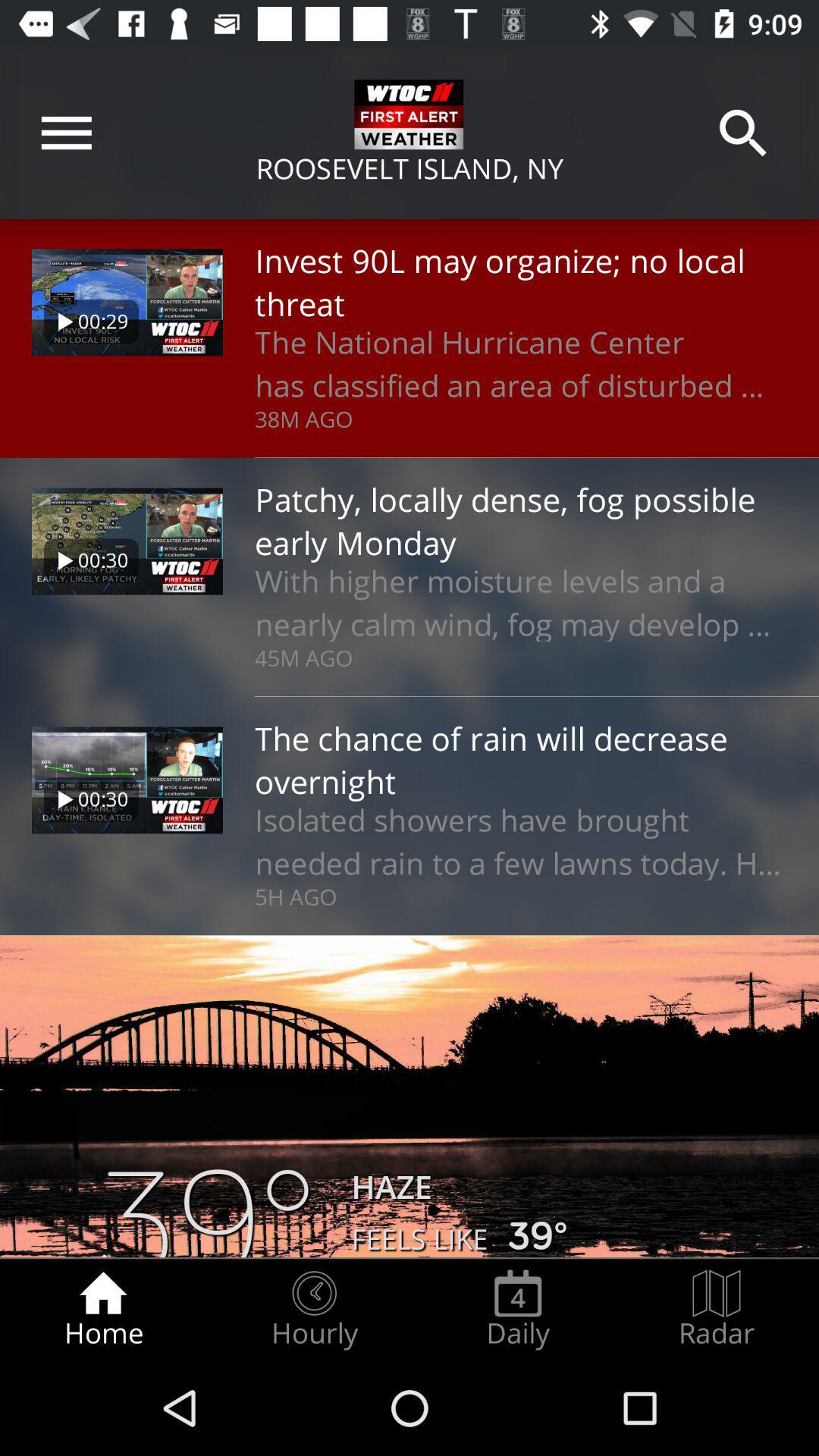 Image resolution: width=819 pixels, height=1456 pixels. What do you see at coordinates (717, 1309) in the screenshot?
I see `radar` at bounding box center [717, 1309].